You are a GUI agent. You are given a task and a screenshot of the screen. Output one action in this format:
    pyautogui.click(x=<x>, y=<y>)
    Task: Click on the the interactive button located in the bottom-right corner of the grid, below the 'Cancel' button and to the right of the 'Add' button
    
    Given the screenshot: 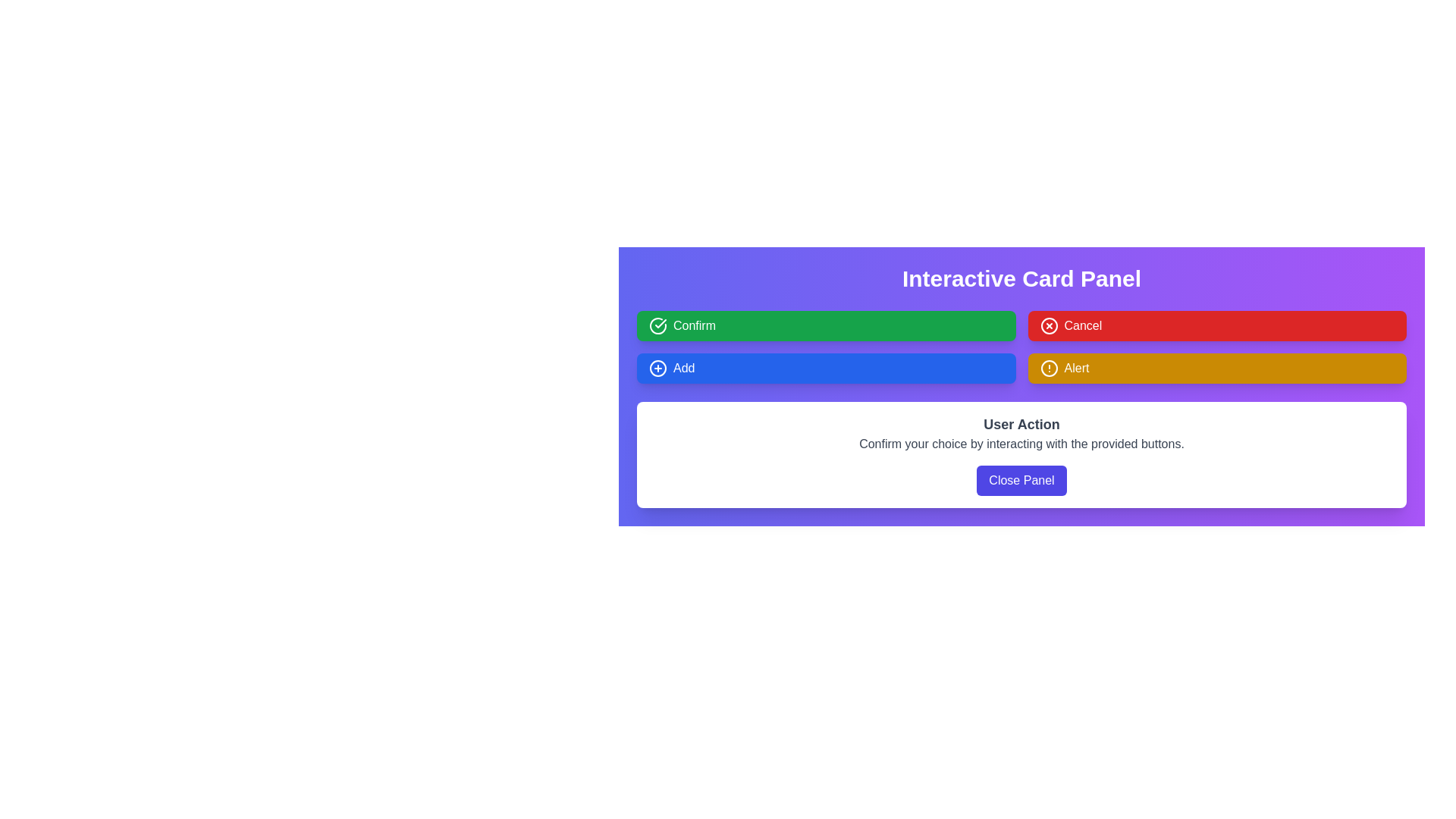 What is the action you would take?
    pyautogui.click(x=1217, y=369)
    